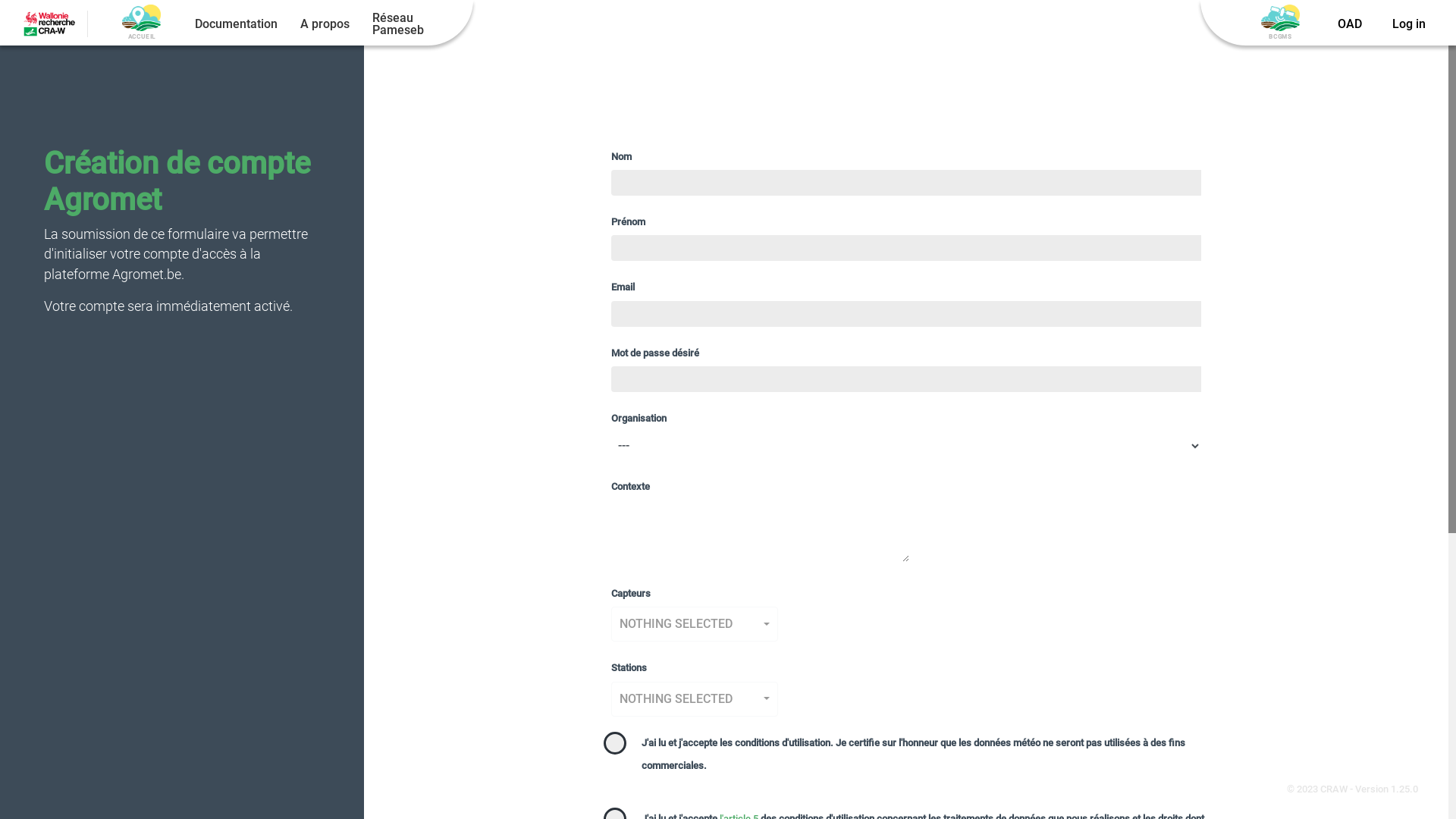  What do you see at coordinates (1407, 24) in the screenshot?
I see `'Log in'` at bounding box center [1407, 24].